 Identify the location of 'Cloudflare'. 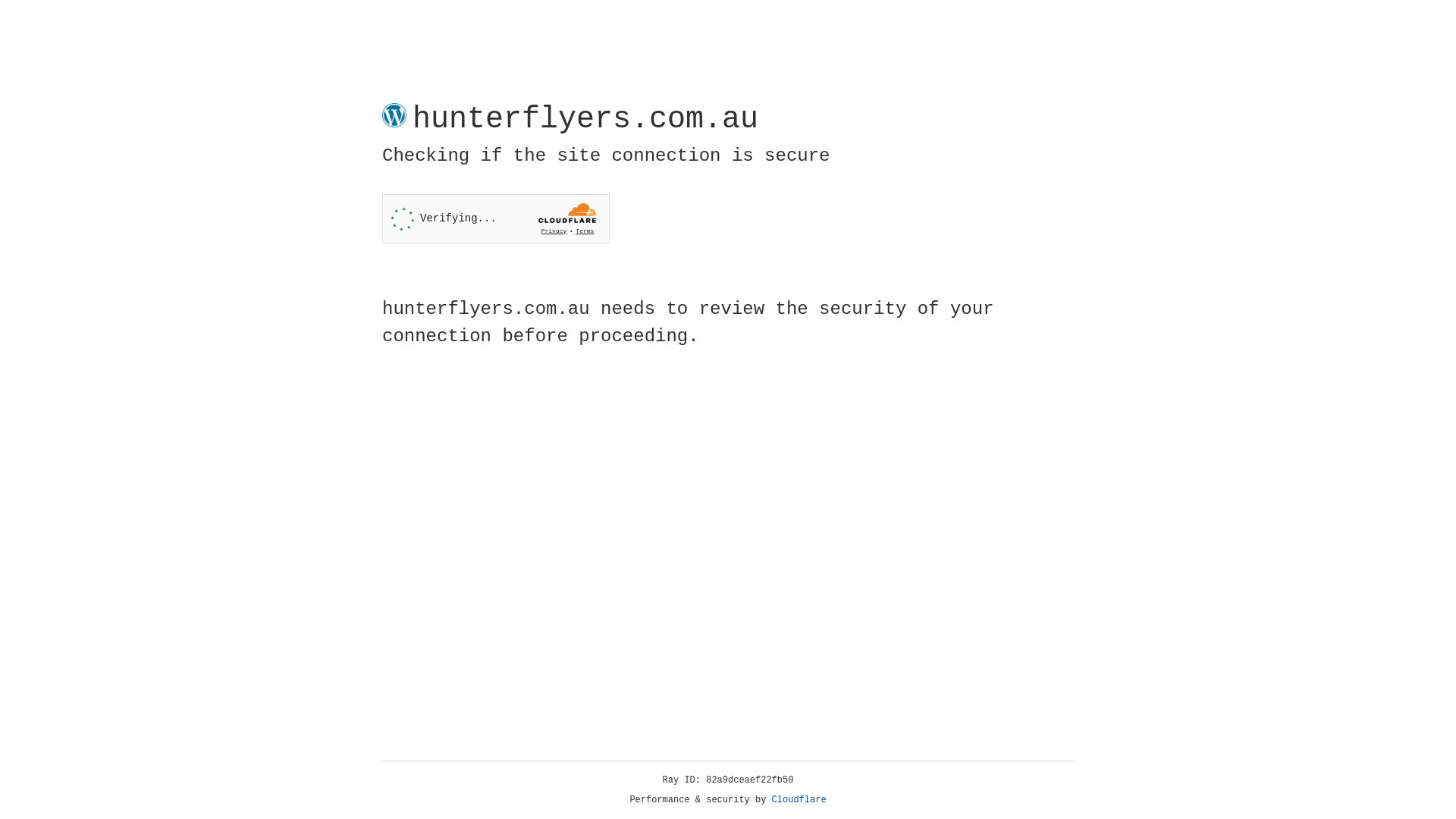
(799, 799).